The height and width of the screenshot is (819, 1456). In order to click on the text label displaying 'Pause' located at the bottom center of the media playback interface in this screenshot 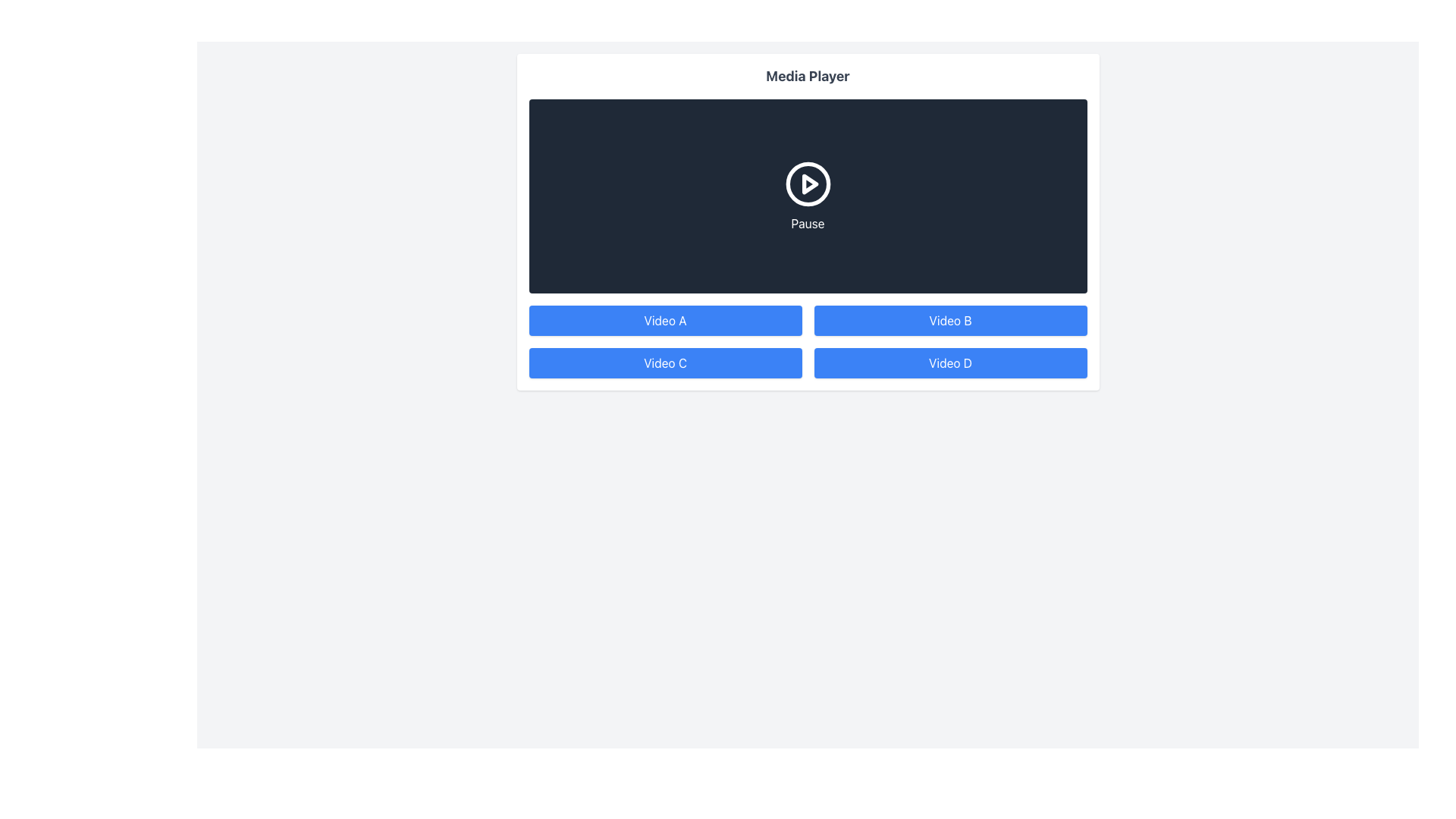, I will do `click(807, 223)`.